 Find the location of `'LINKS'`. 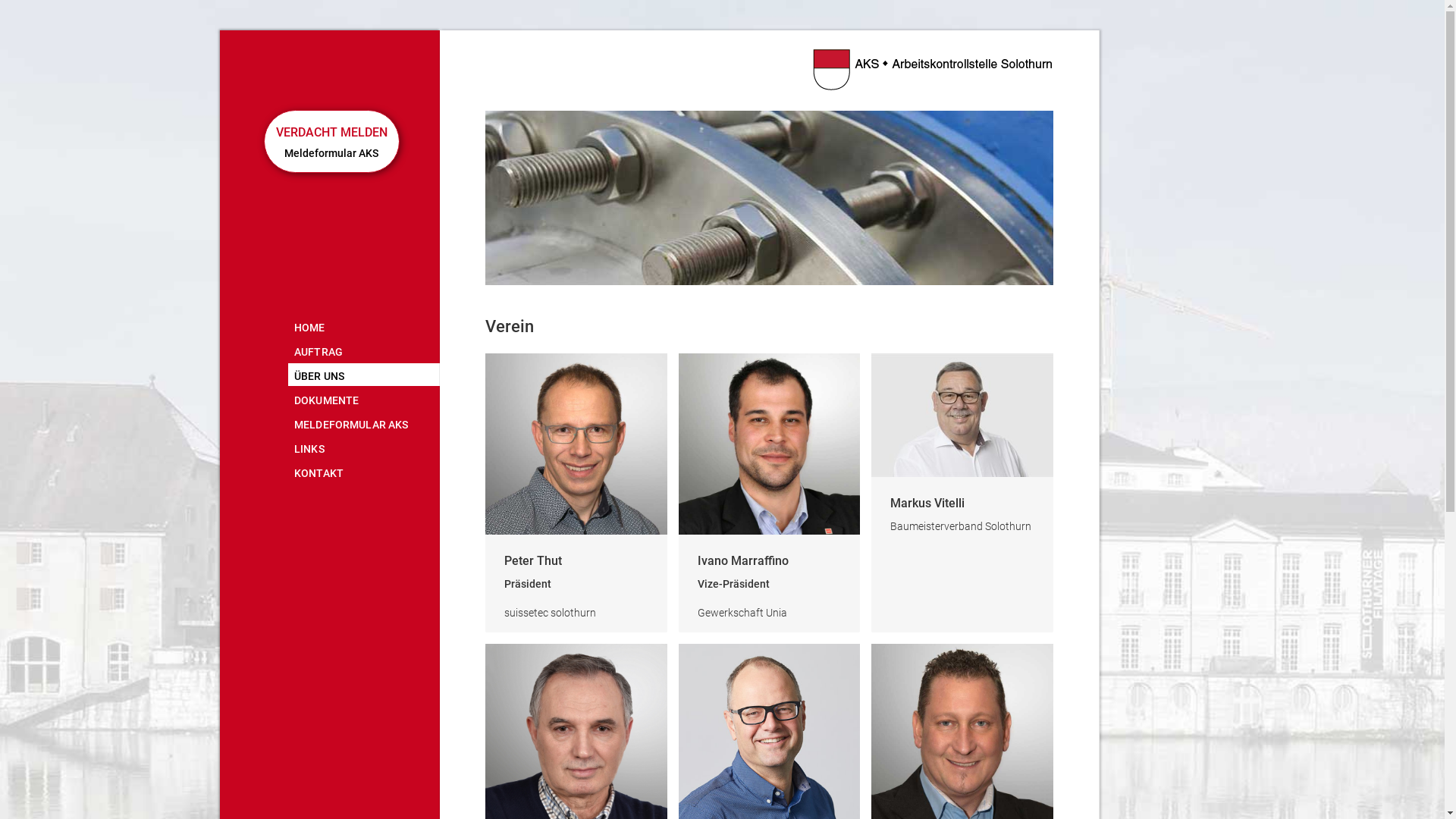

'LINKS' is located at coordinates (364, 447).